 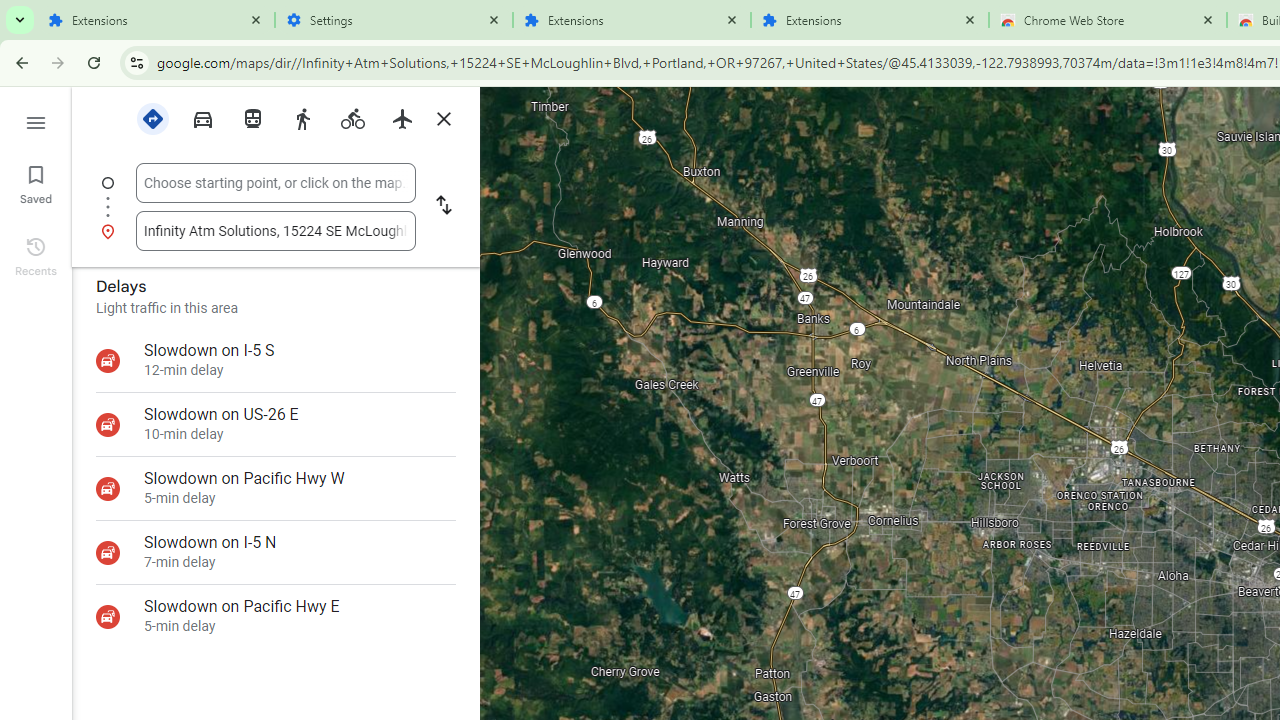 I want to click on 'Flights', so click(x=401, y=119).